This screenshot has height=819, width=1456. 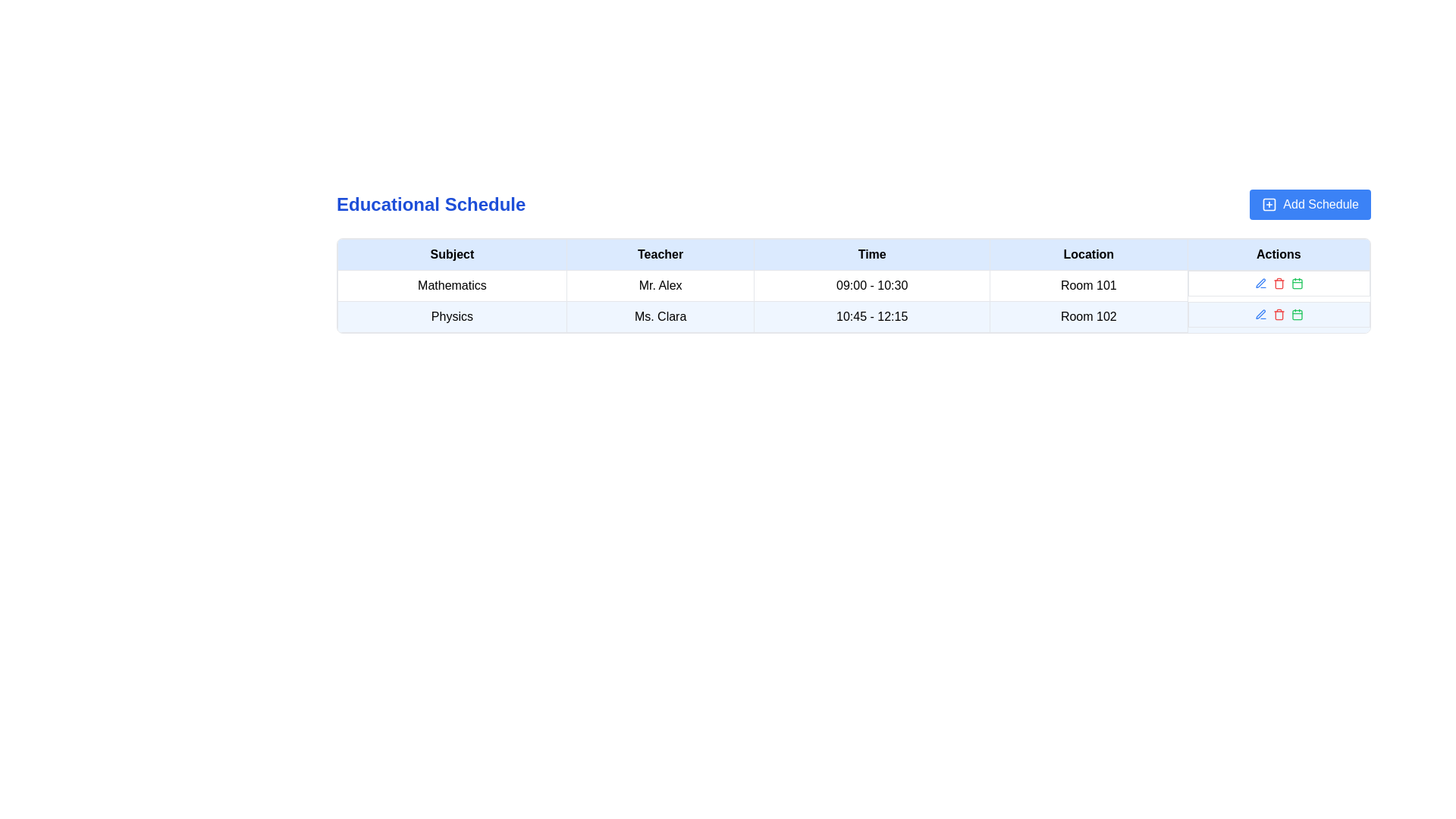 What do you see at coordinates (430, 205) in the screenshot?
I see `the static text or label that serves as the title or header for the educational schedule, located in the top-left section of the interface above the schedule details table` at bounding box center [430, 205].